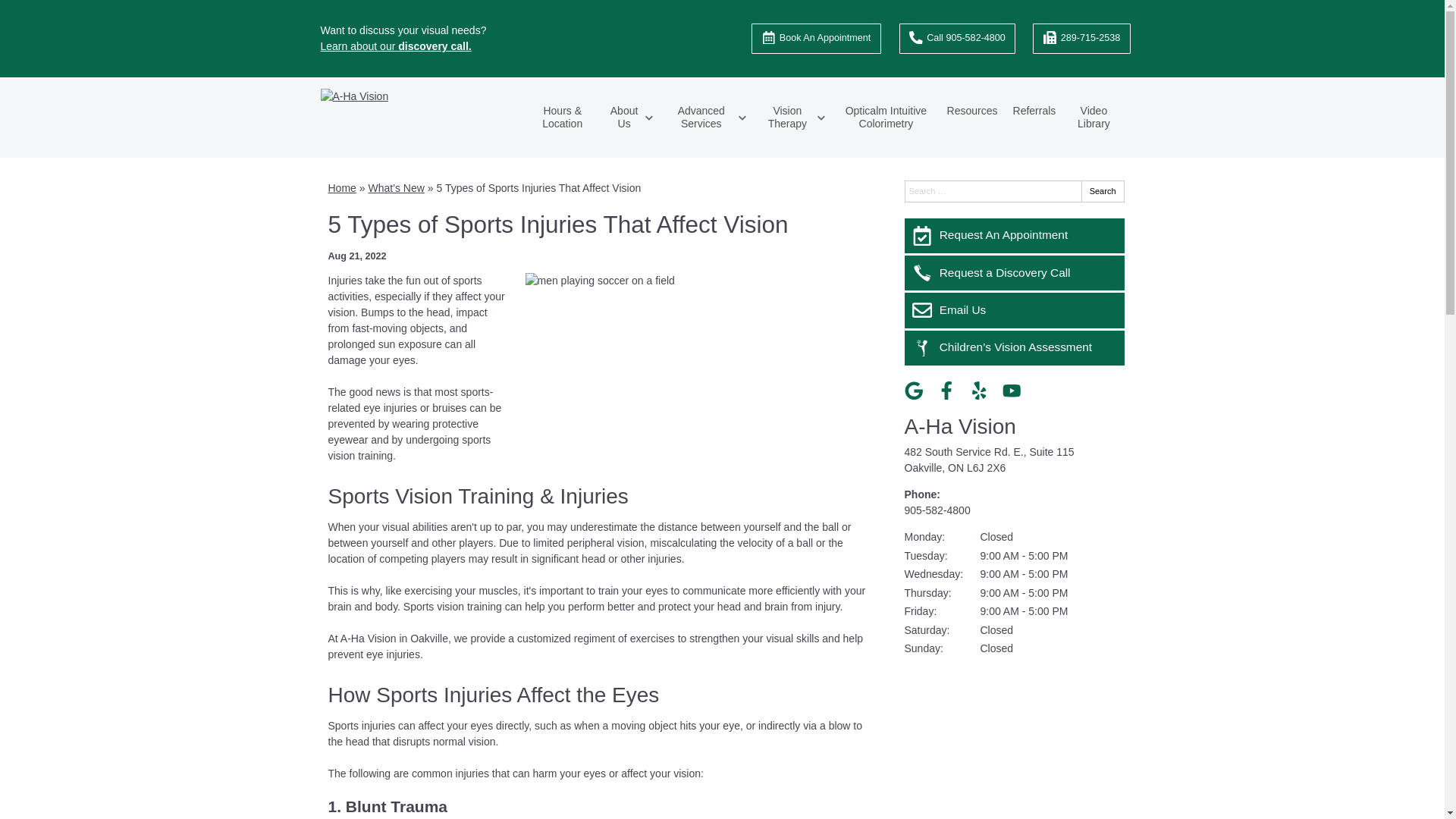  Describe the element at coordinates (938, 110) in the screenshot. I see `'Resources'` at that location.